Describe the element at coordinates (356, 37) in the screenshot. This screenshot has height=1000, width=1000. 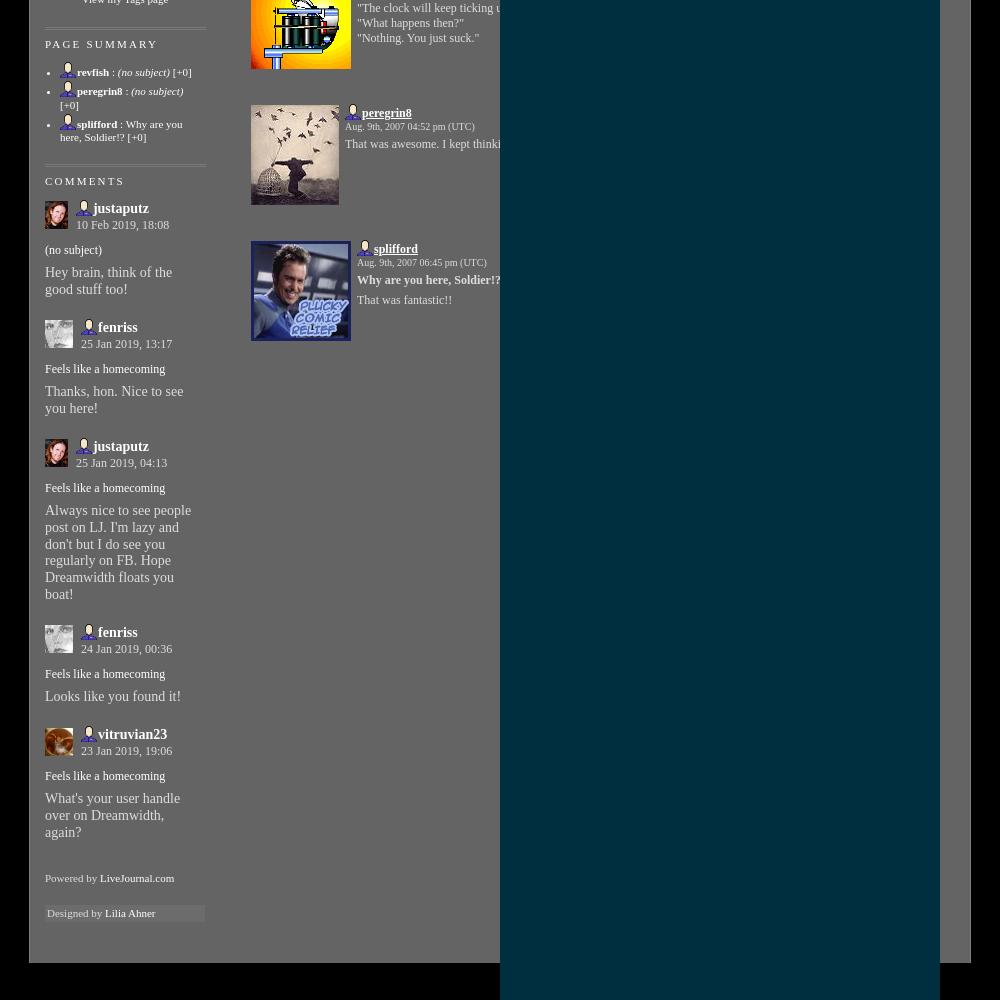
I see `'"Nothing.  You just suck."'` at that location.